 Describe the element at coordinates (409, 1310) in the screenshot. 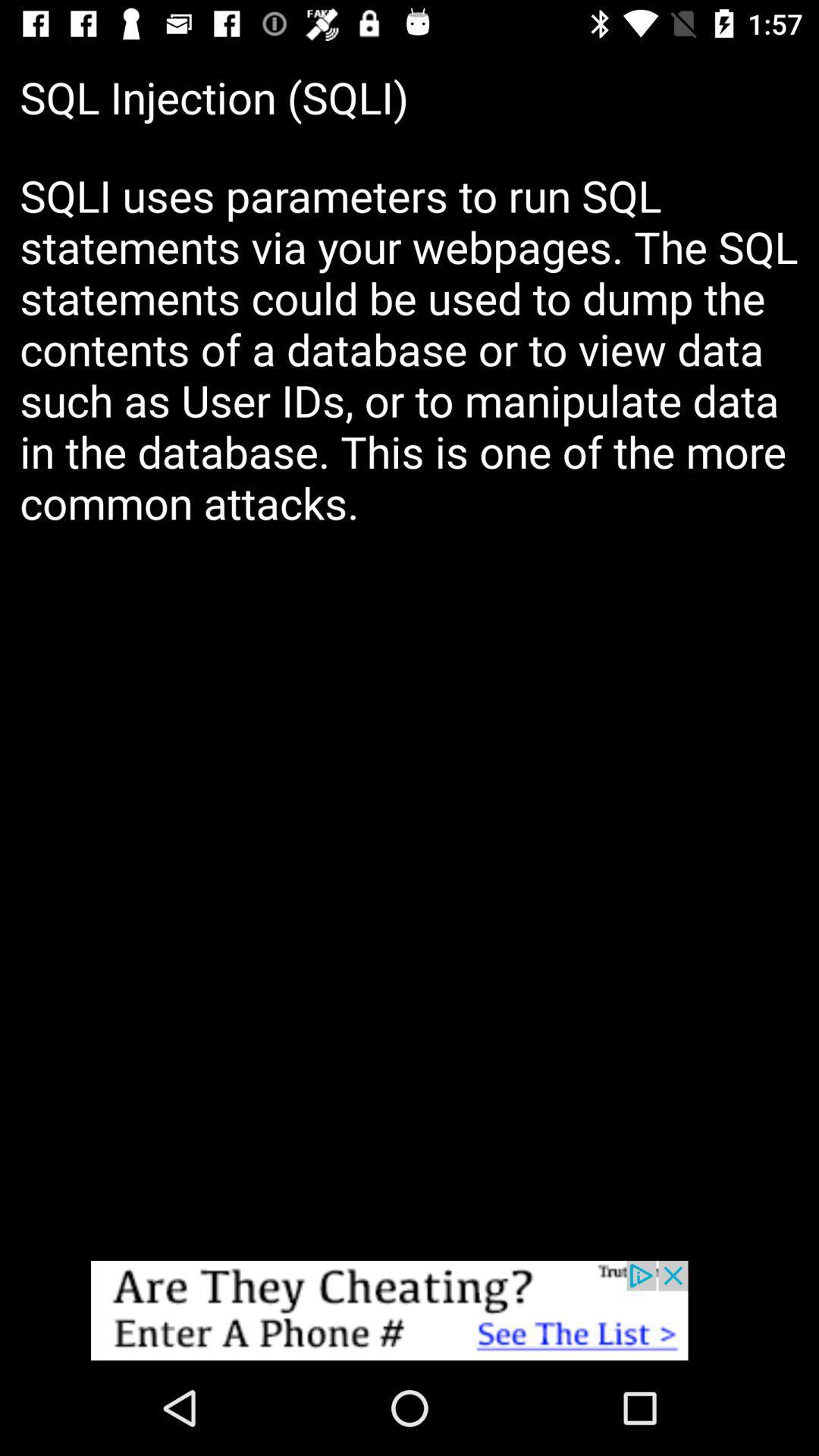

I see `open advertisement` at that location.